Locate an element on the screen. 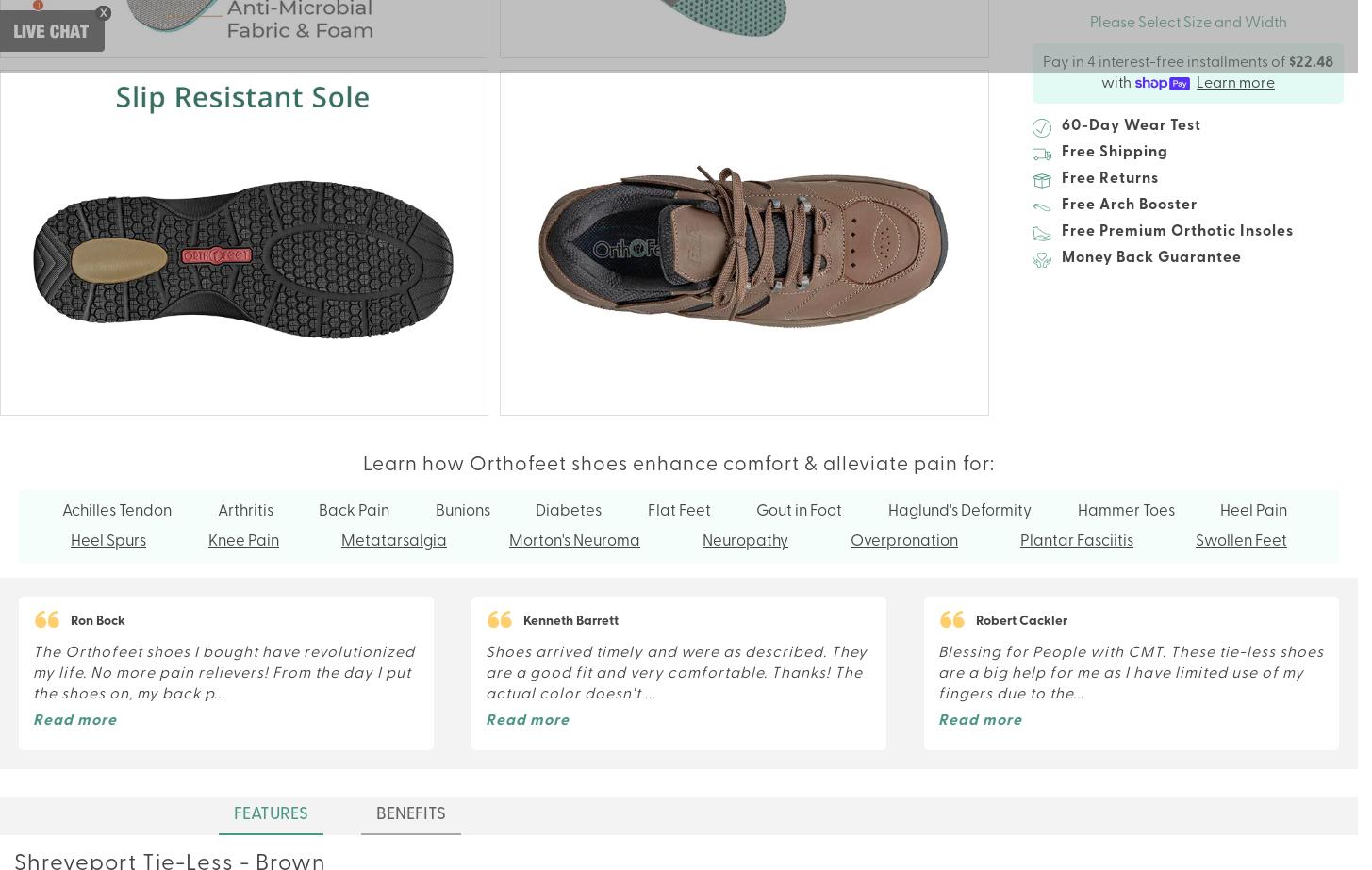 Image resolution: width=1372 pixels, height=870 pixels. 'Overpronation' is located at coordinates (902, 540).